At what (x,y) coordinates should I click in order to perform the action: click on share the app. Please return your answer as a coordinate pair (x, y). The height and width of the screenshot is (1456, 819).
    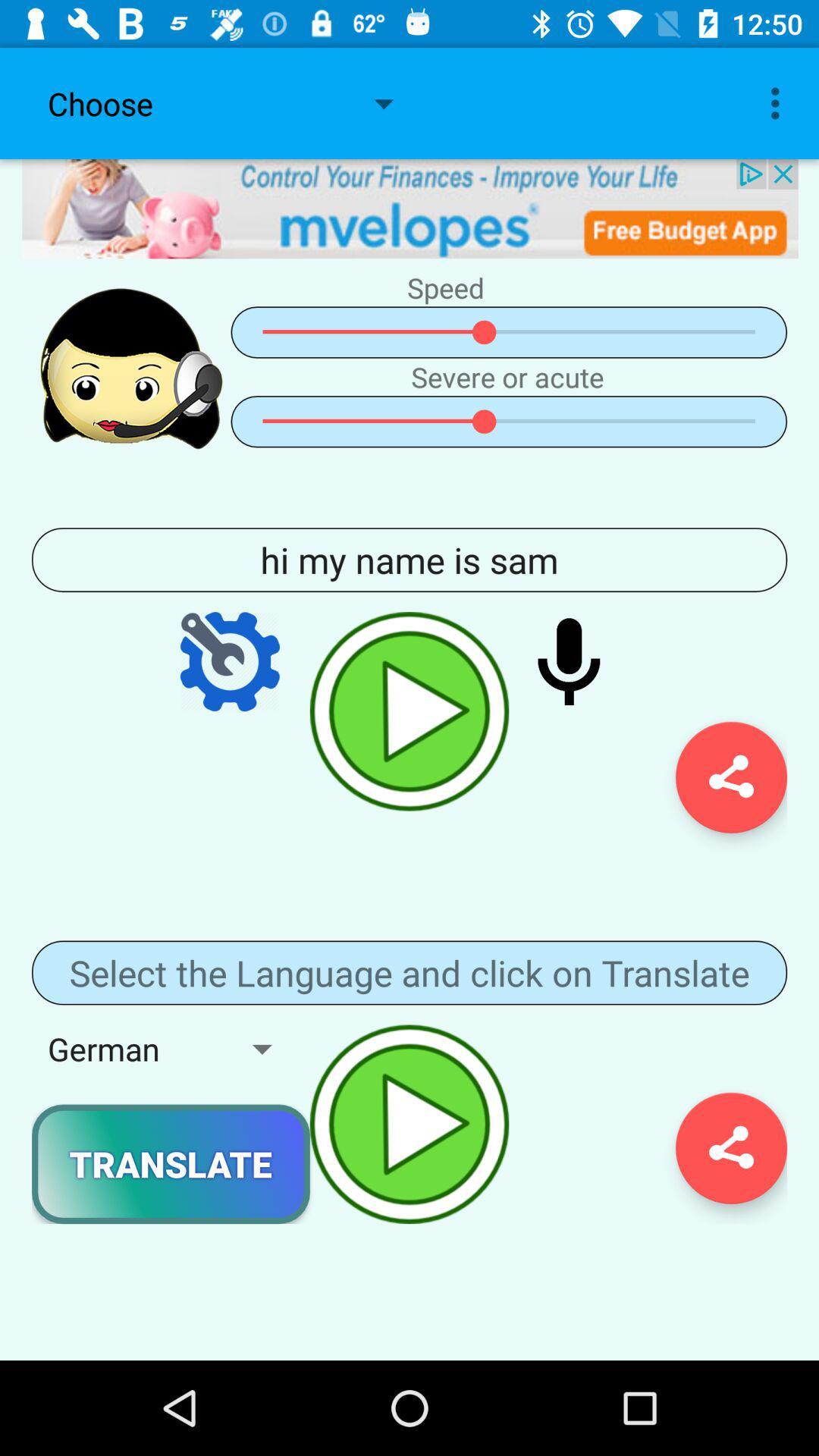
    Looking at the image, I should click on (730, 1148).